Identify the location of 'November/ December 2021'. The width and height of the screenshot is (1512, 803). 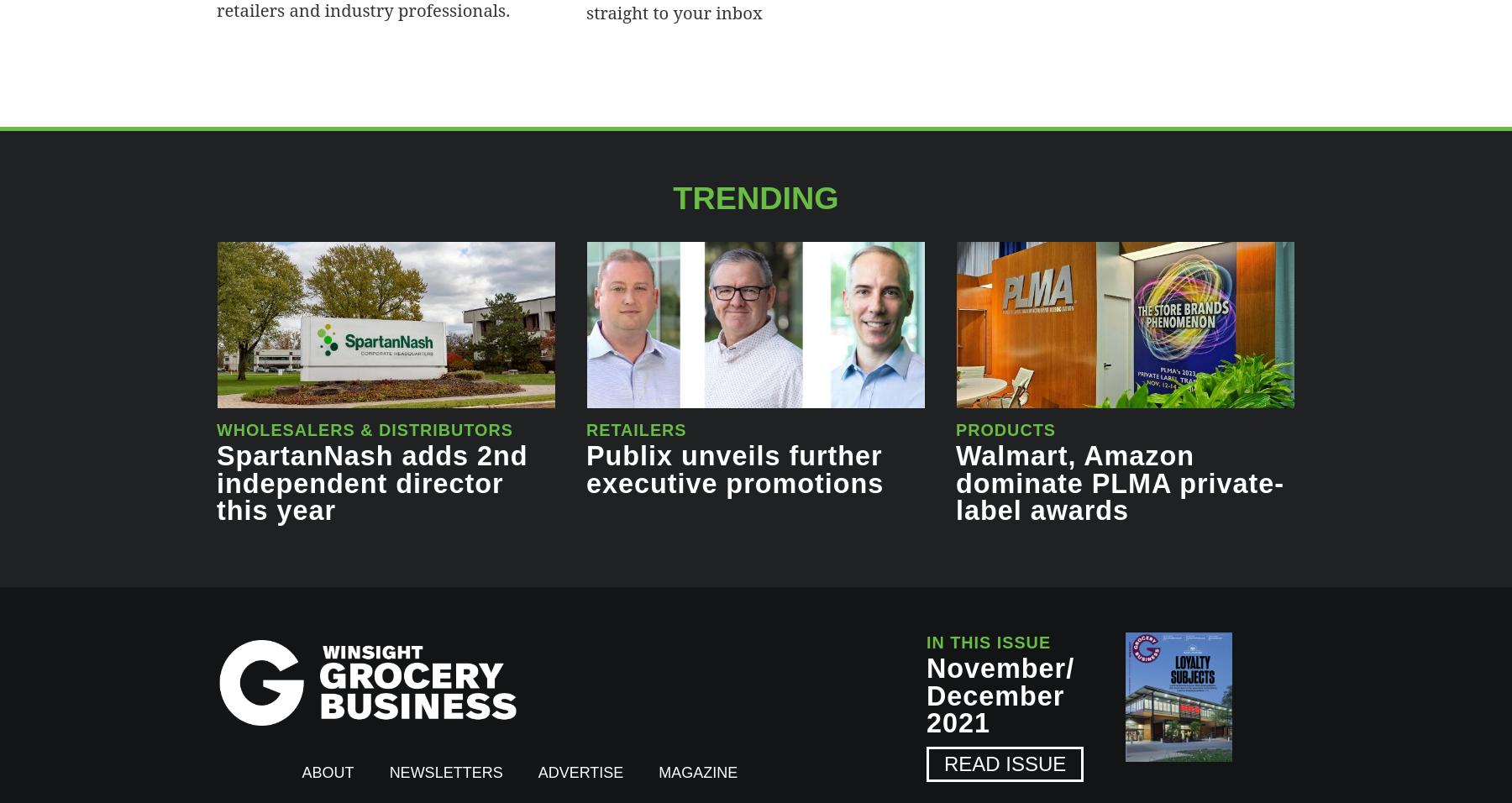
(1000, 694).